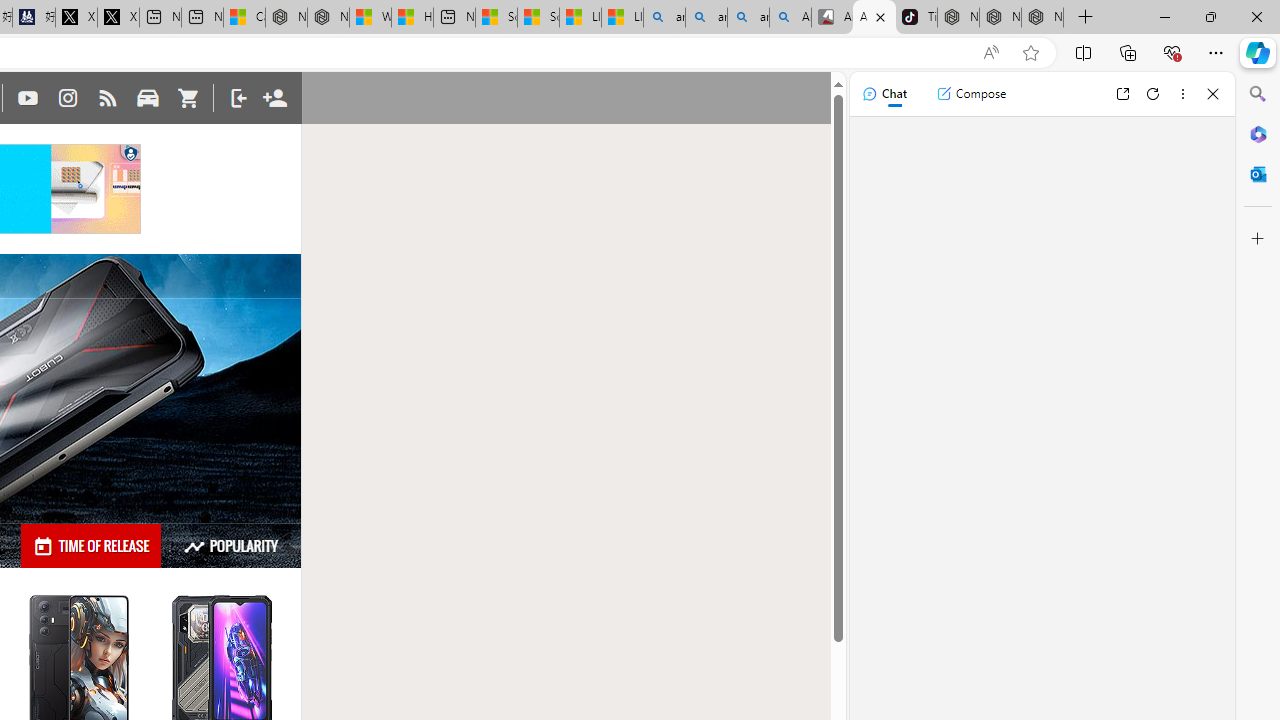  What do you see at coordinates (1000, 17) in the screenshot?
I see `'Nordace Siena Pro 15 Backpack'` at bounding box center [1000, 17].